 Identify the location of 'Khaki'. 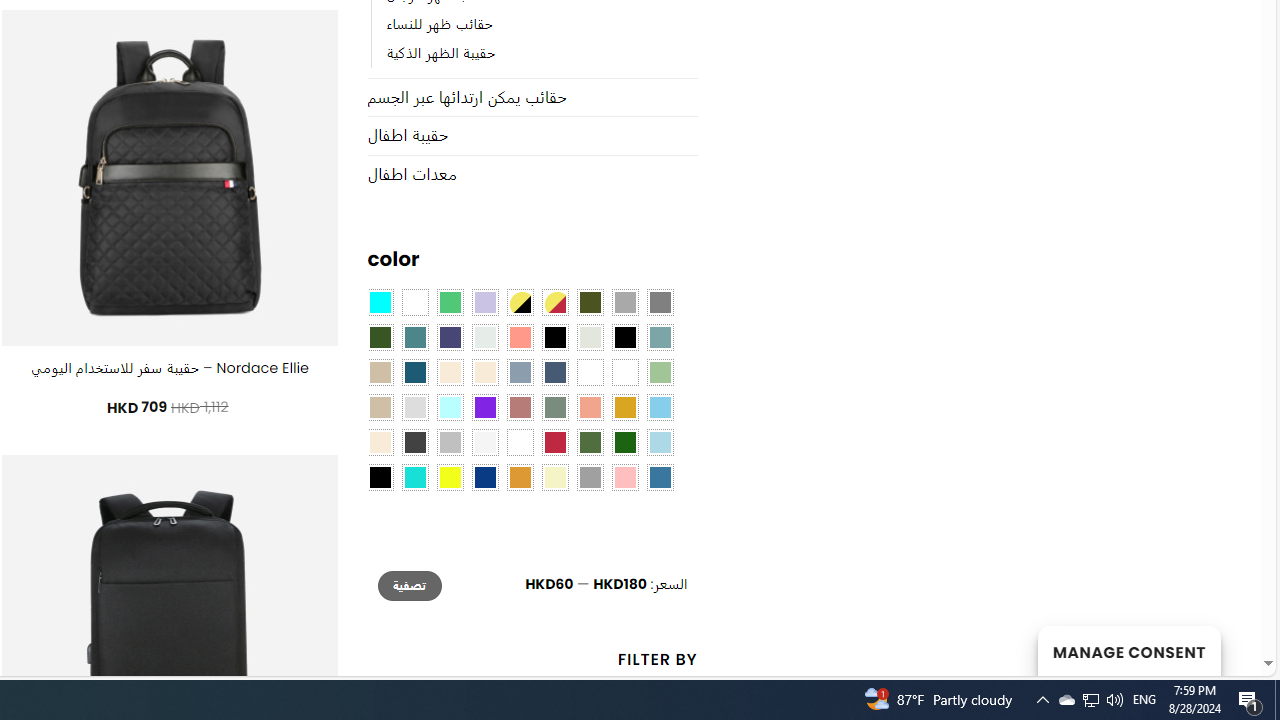
(623, 372).